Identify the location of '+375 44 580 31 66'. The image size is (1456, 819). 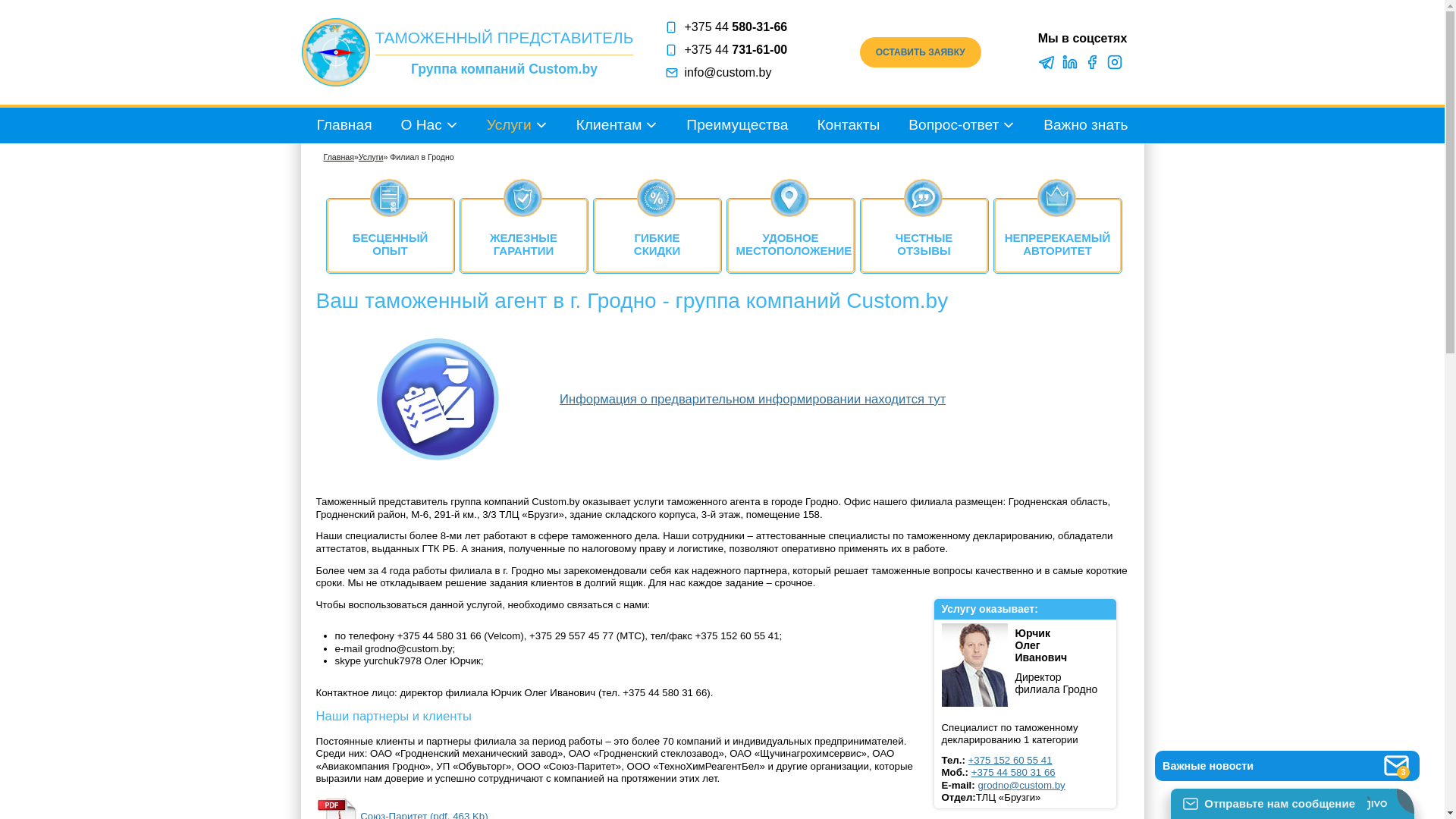
(1013, 772).